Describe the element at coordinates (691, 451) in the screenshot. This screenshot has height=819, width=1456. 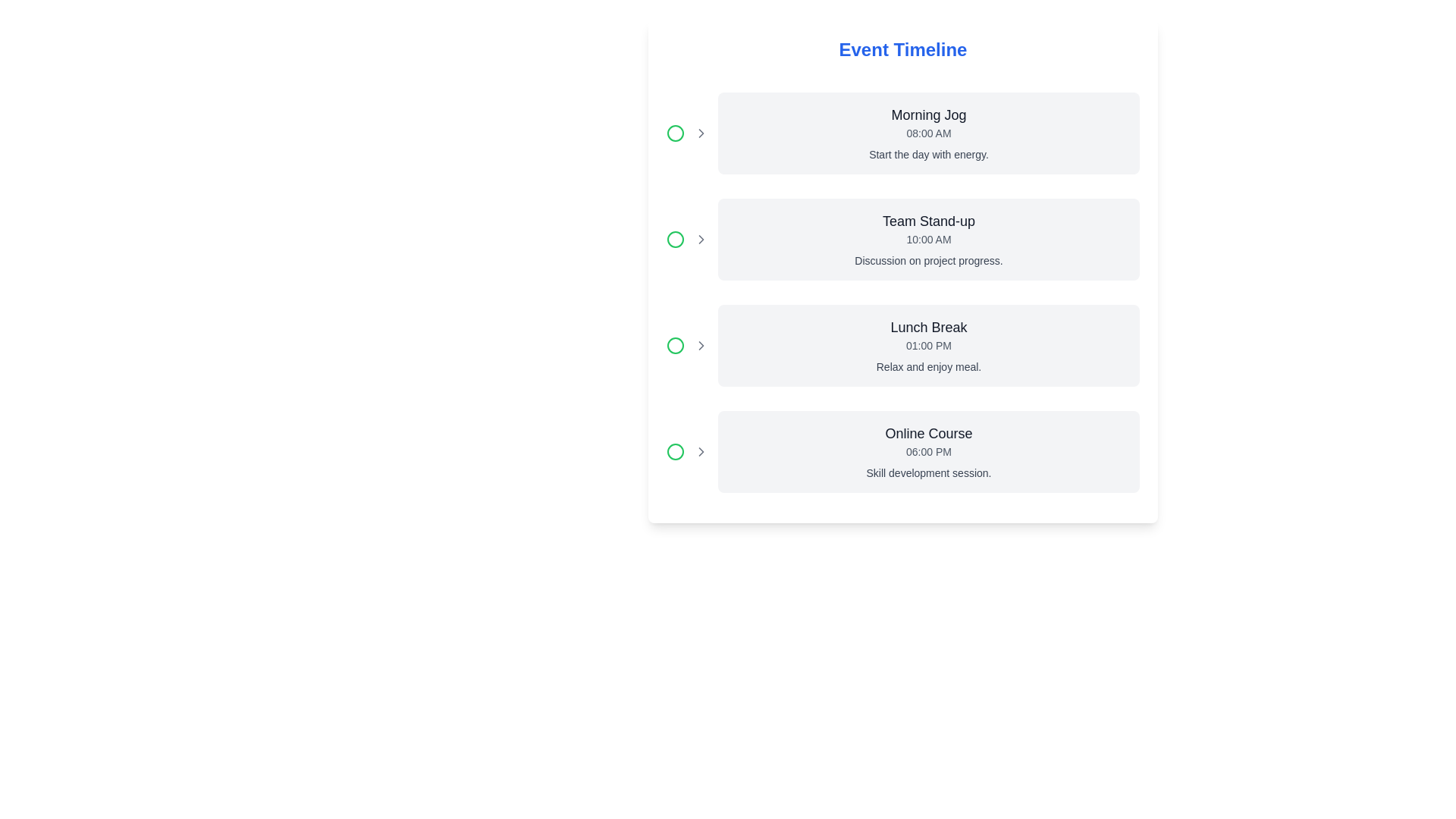
I see `the timeline entry represented by the green circle and gray chevron icons located to the left of the text block indicating 'Online Course', '06:00 PM', and 'Skill development session.'` at that location.